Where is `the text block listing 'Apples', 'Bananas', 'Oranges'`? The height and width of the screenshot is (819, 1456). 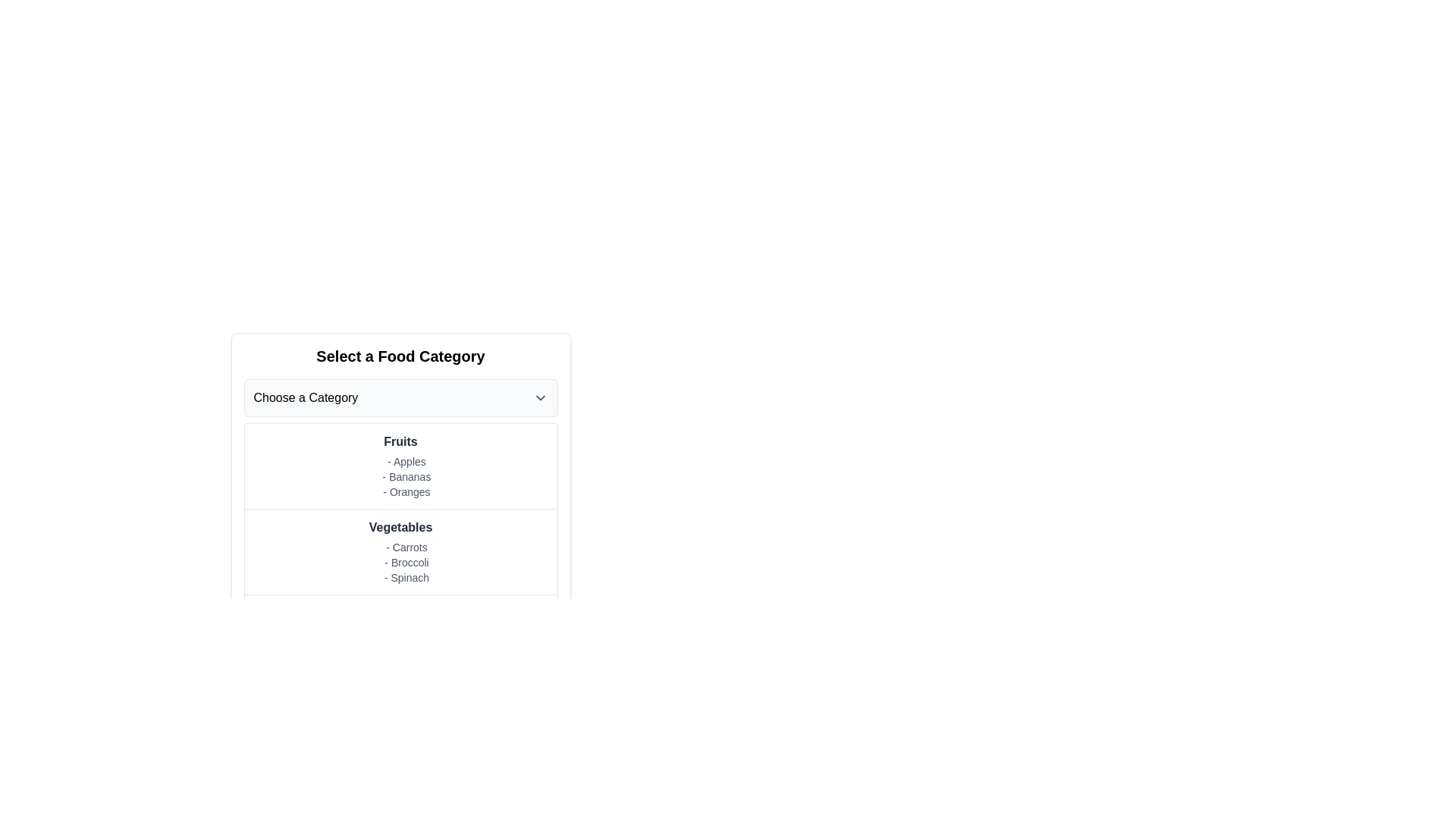
the text block listing 'Apples', 'Bananas', 'Oranges' is located at coordinates (400, 475).